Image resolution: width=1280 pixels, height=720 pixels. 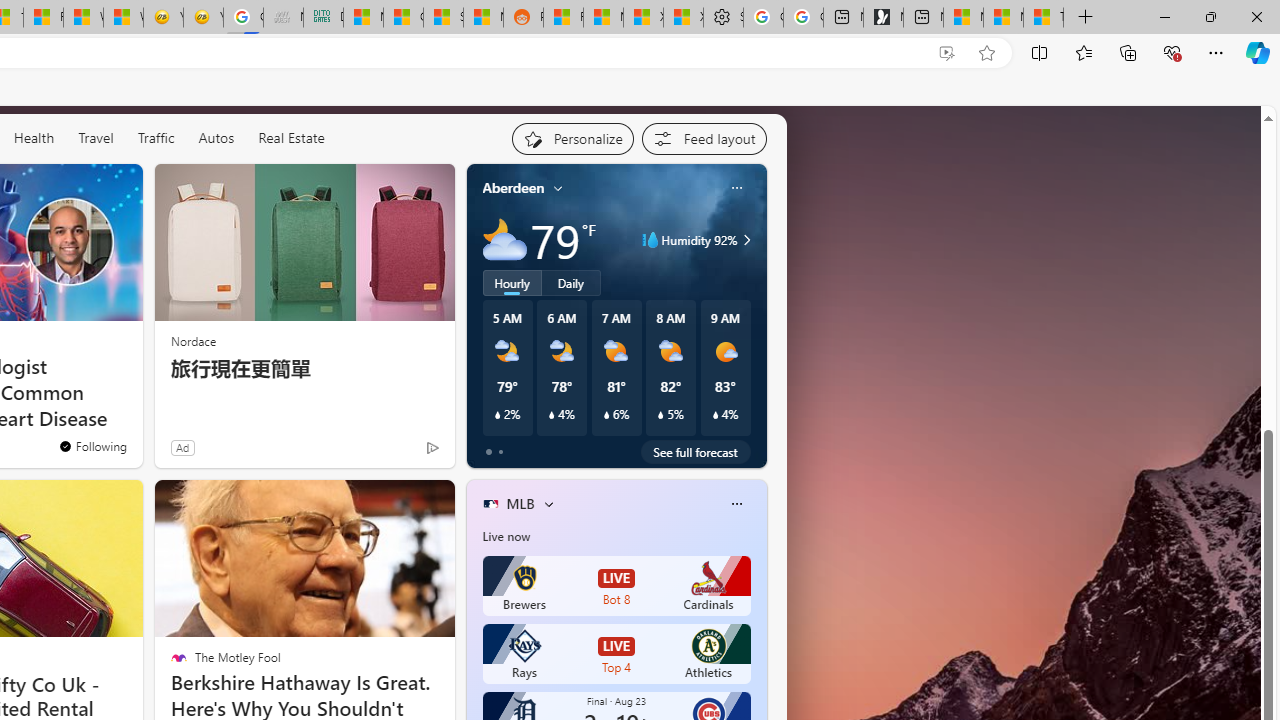 I want to click on 'Mostly cloudy', so click(x=504, y=239).